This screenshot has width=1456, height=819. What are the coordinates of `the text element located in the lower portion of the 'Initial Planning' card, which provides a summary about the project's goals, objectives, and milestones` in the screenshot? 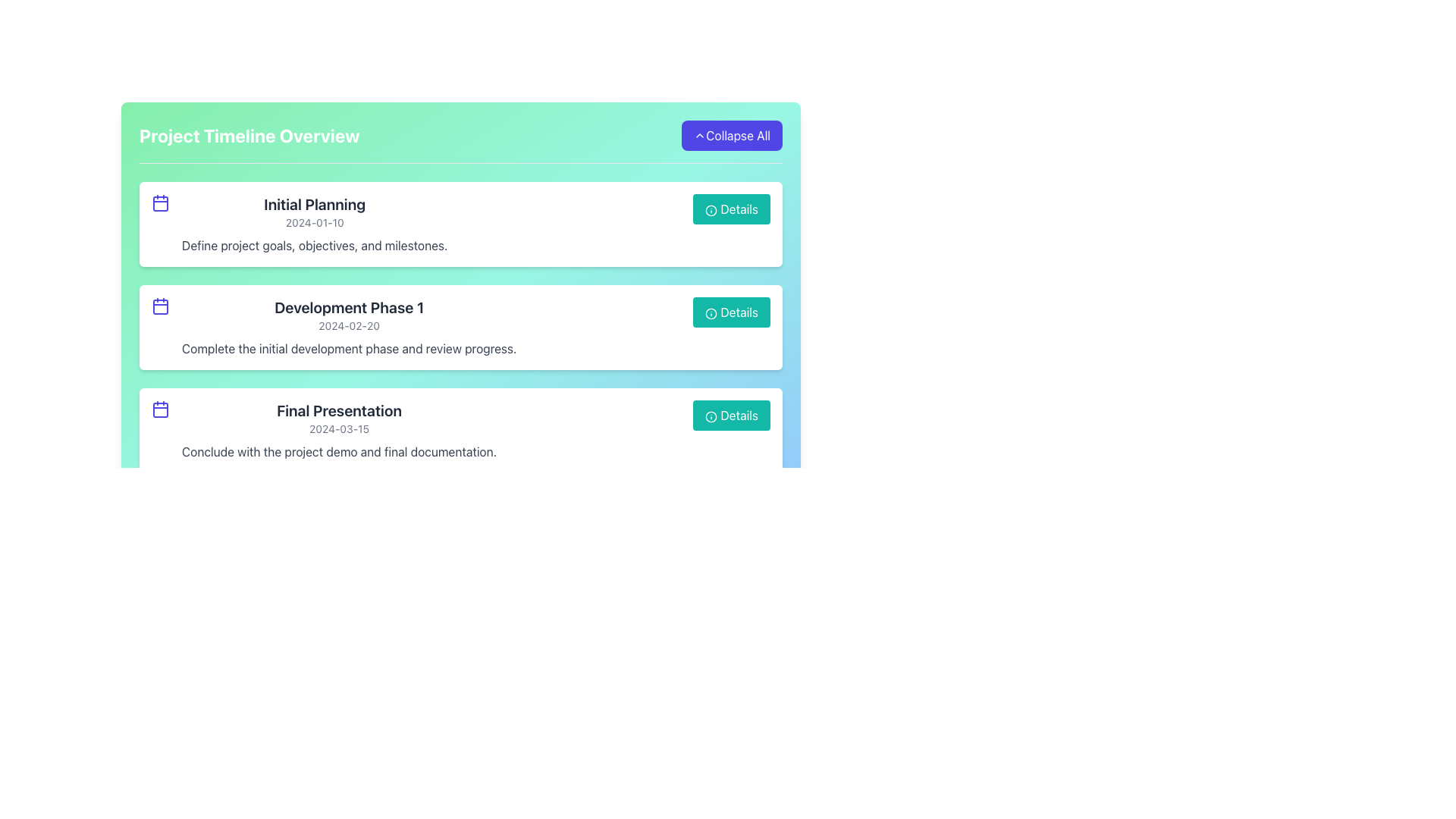 It's located at (314, 245).